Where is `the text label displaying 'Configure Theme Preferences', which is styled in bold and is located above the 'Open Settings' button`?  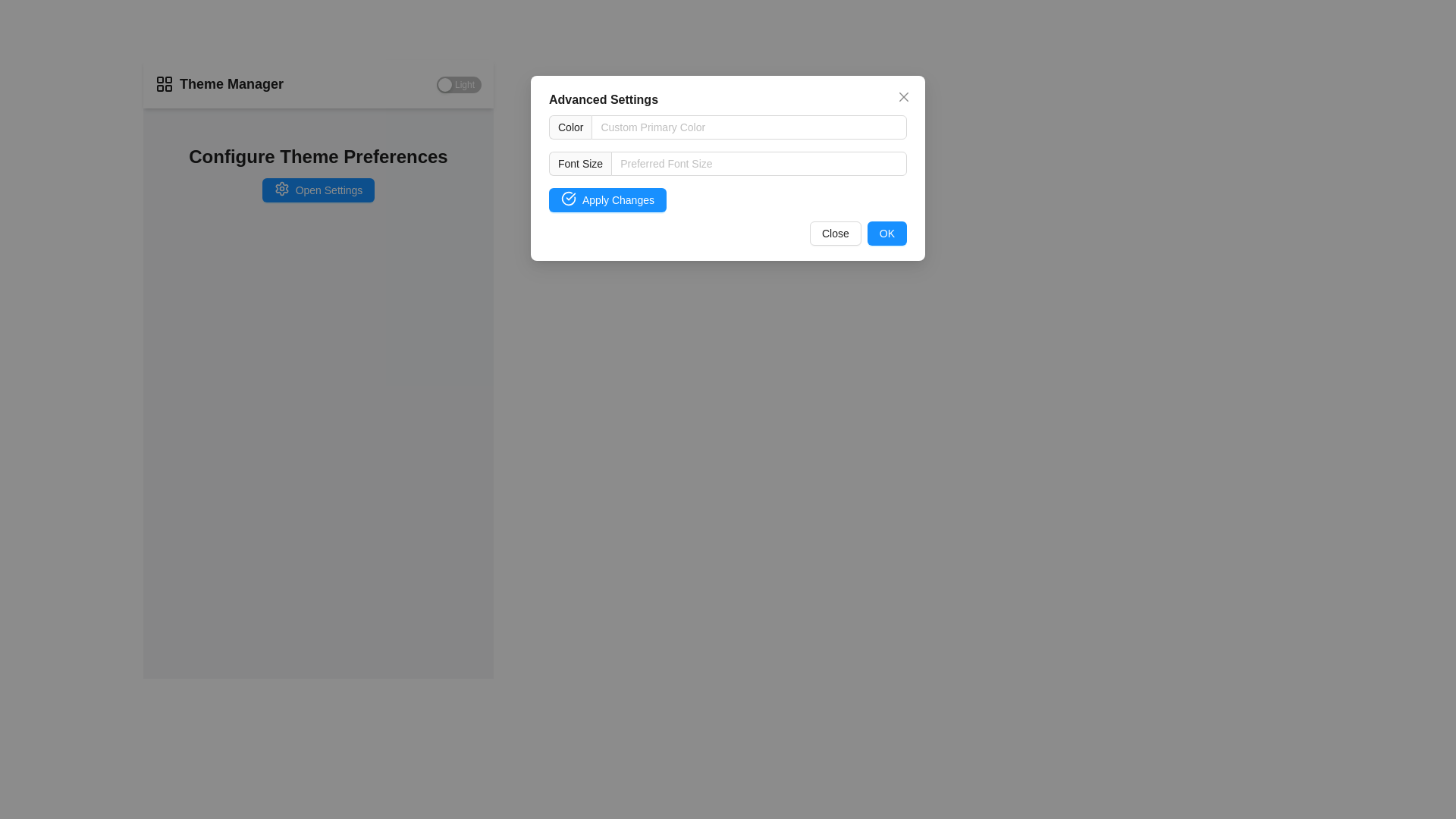
the text label displaying 'Configure Theme Preferences', which is styled in bold and is located above the 'Open Settings' button is located at coordinates (318, 157).